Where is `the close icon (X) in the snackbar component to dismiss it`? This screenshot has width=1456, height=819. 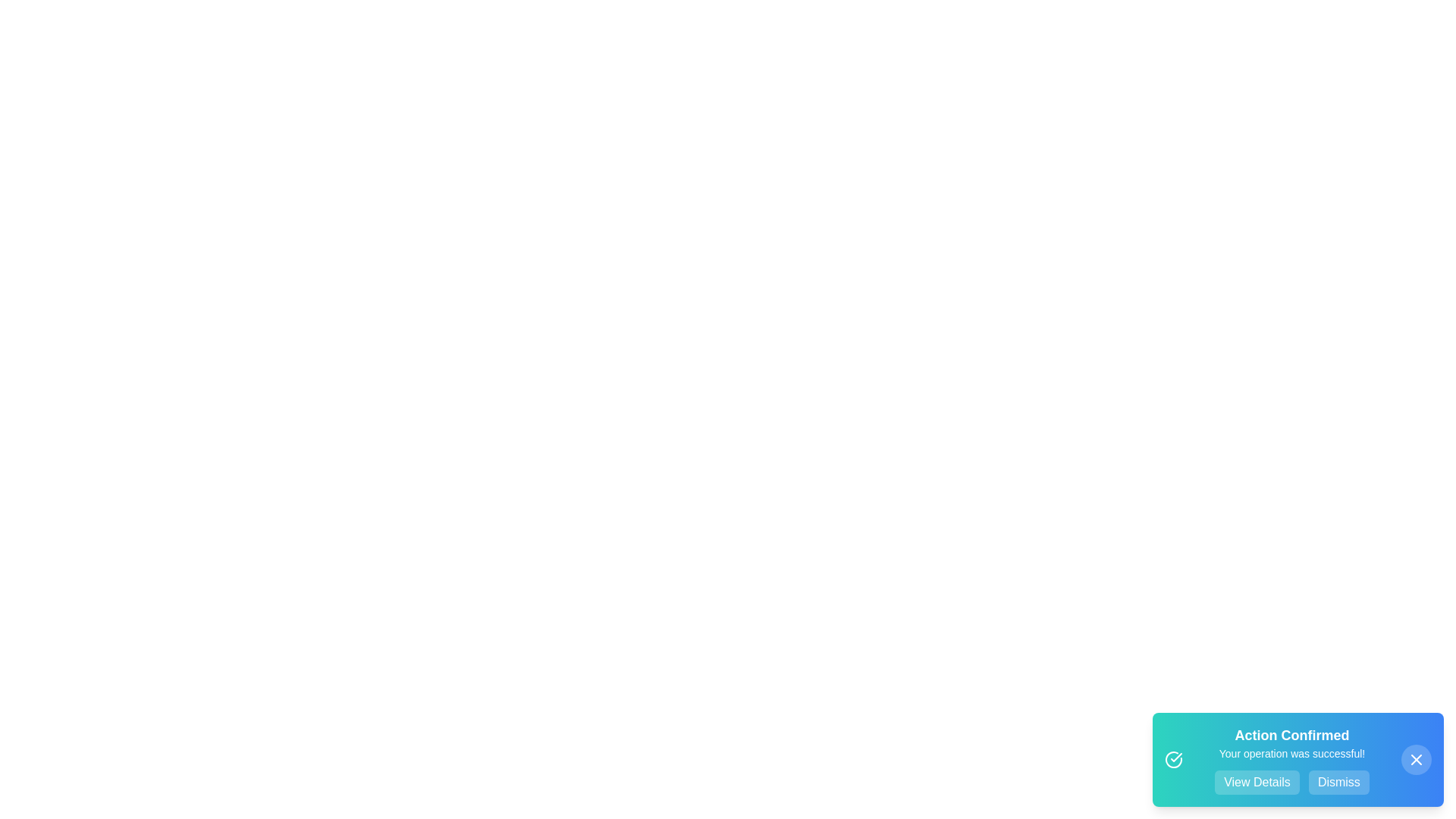 the close icon (X) in the snackbar component to dismiss it is located at coordinates (1415, 760).